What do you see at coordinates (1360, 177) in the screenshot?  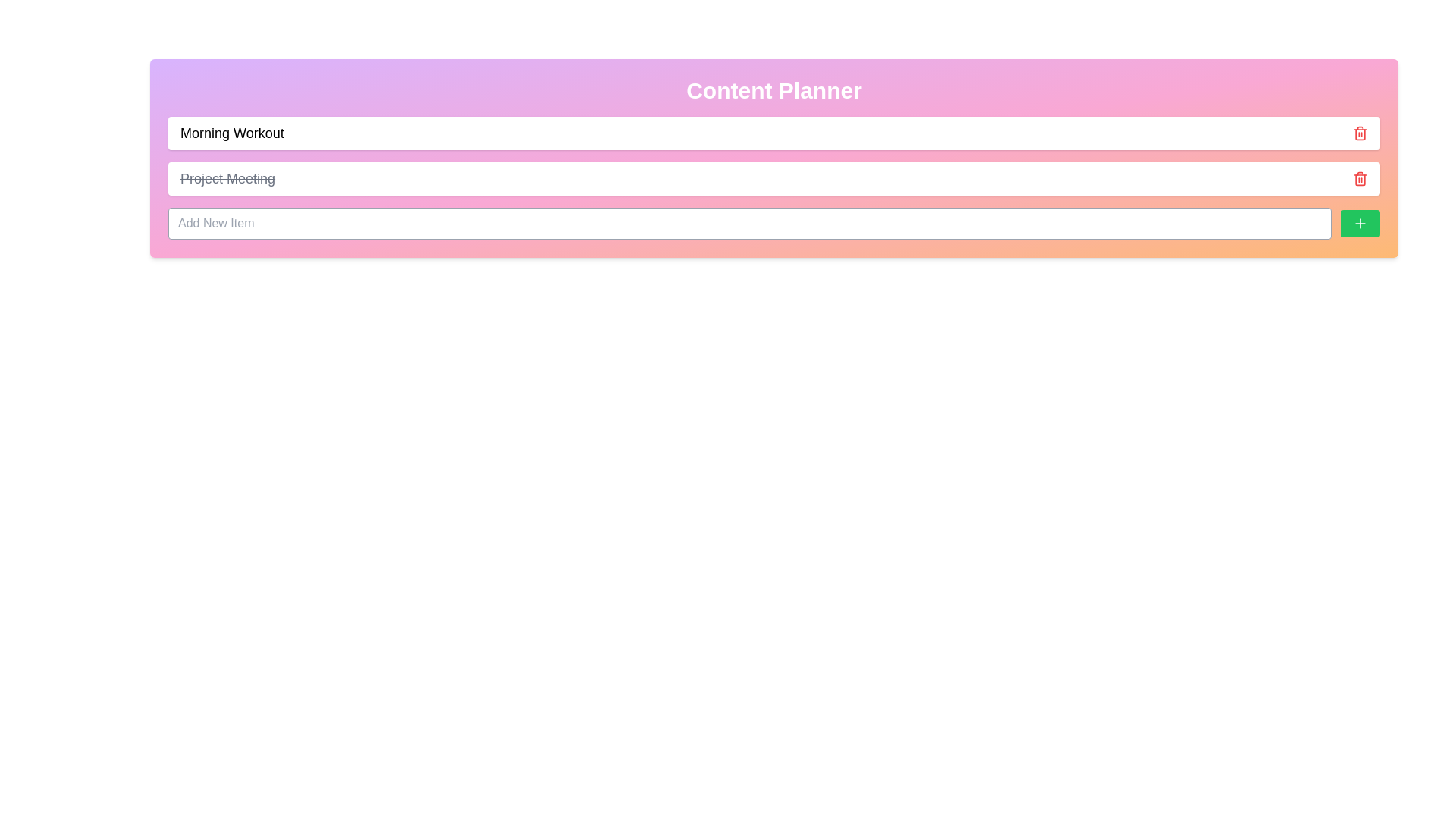 I see `the red trashcan icon located at the far right within the item row labeled 'Project Meeting'` at bounding box center [1360, 177].